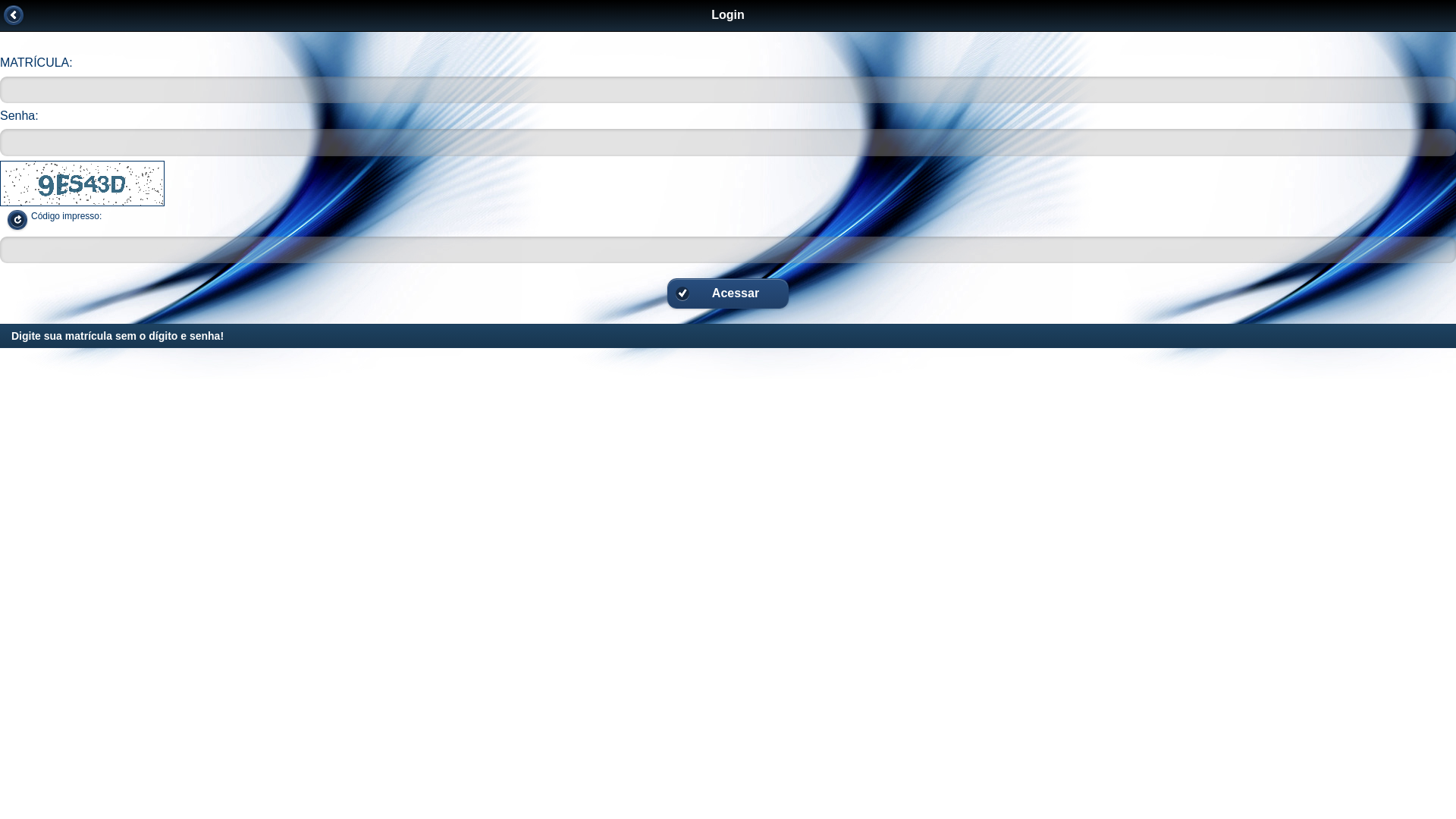 The width and height of the screenshot is (1456, 819). What do you see at coordinates (3, 14) in the screenshot?
I see `'Voltar'` at bounding box center [3, 14].